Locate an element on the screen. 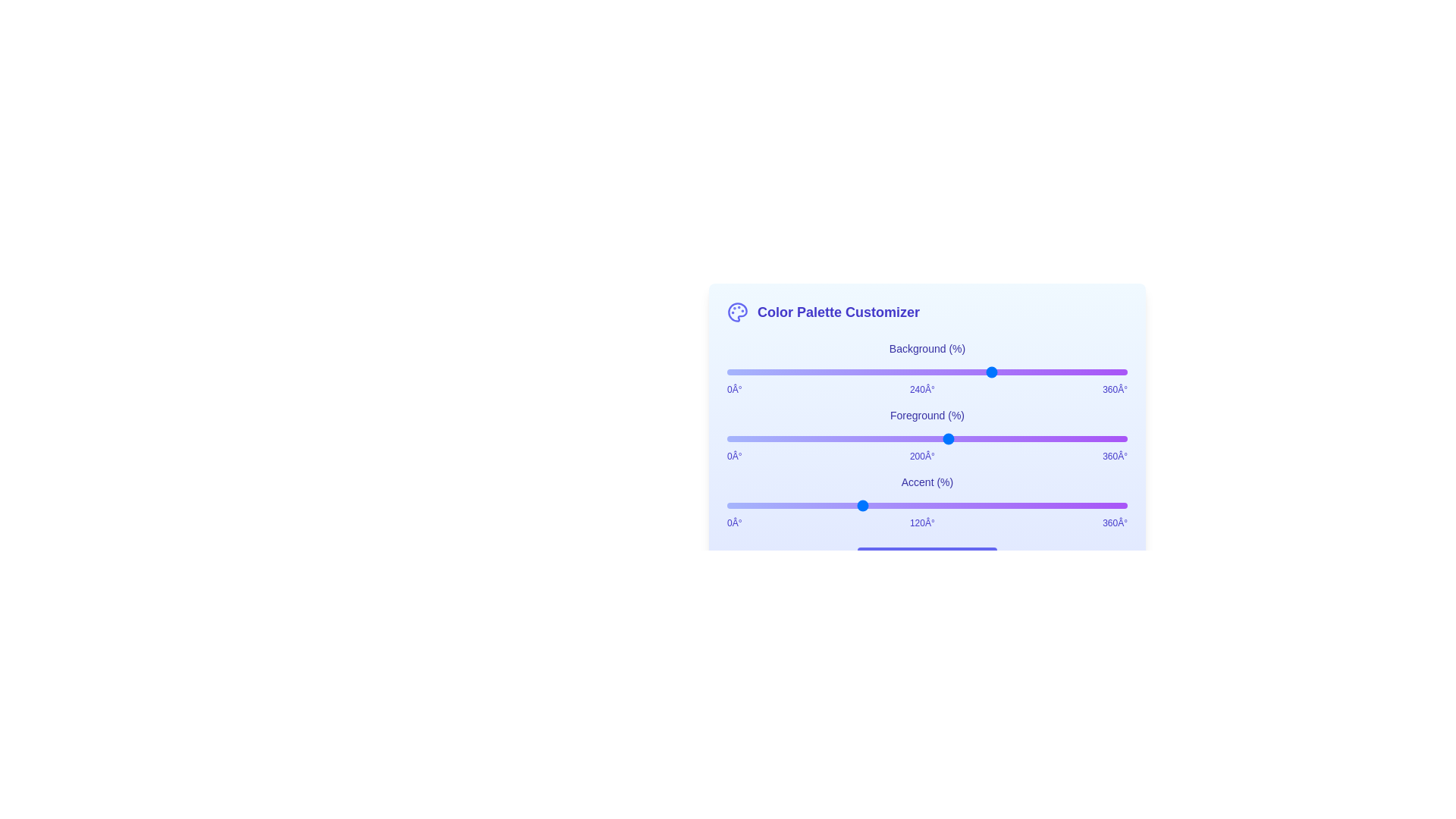  the background color slider to set the hue to 79 degrees is located at coordinates (814, 372).